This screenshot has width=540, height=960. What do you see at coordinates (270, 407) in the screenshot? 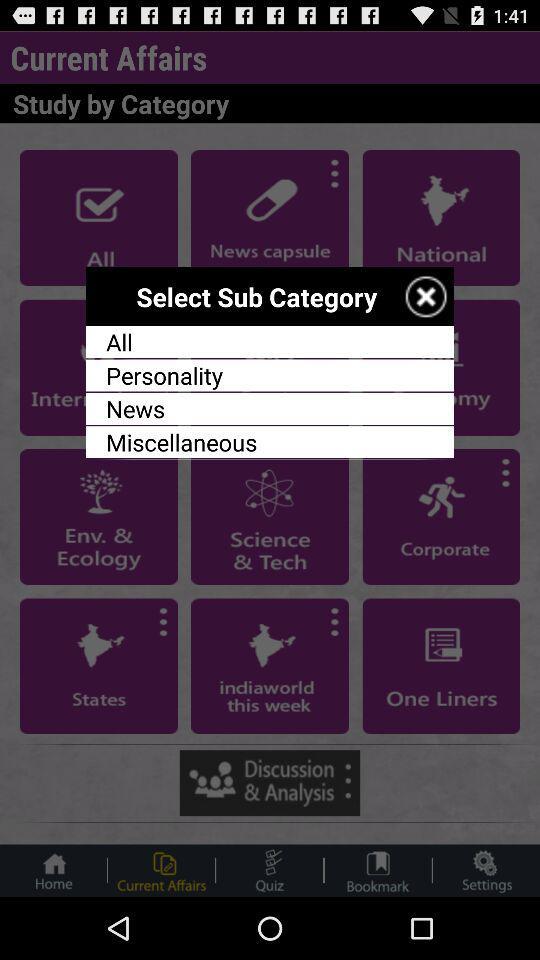
I see `item below personality app` at bounding box center [270, 407].